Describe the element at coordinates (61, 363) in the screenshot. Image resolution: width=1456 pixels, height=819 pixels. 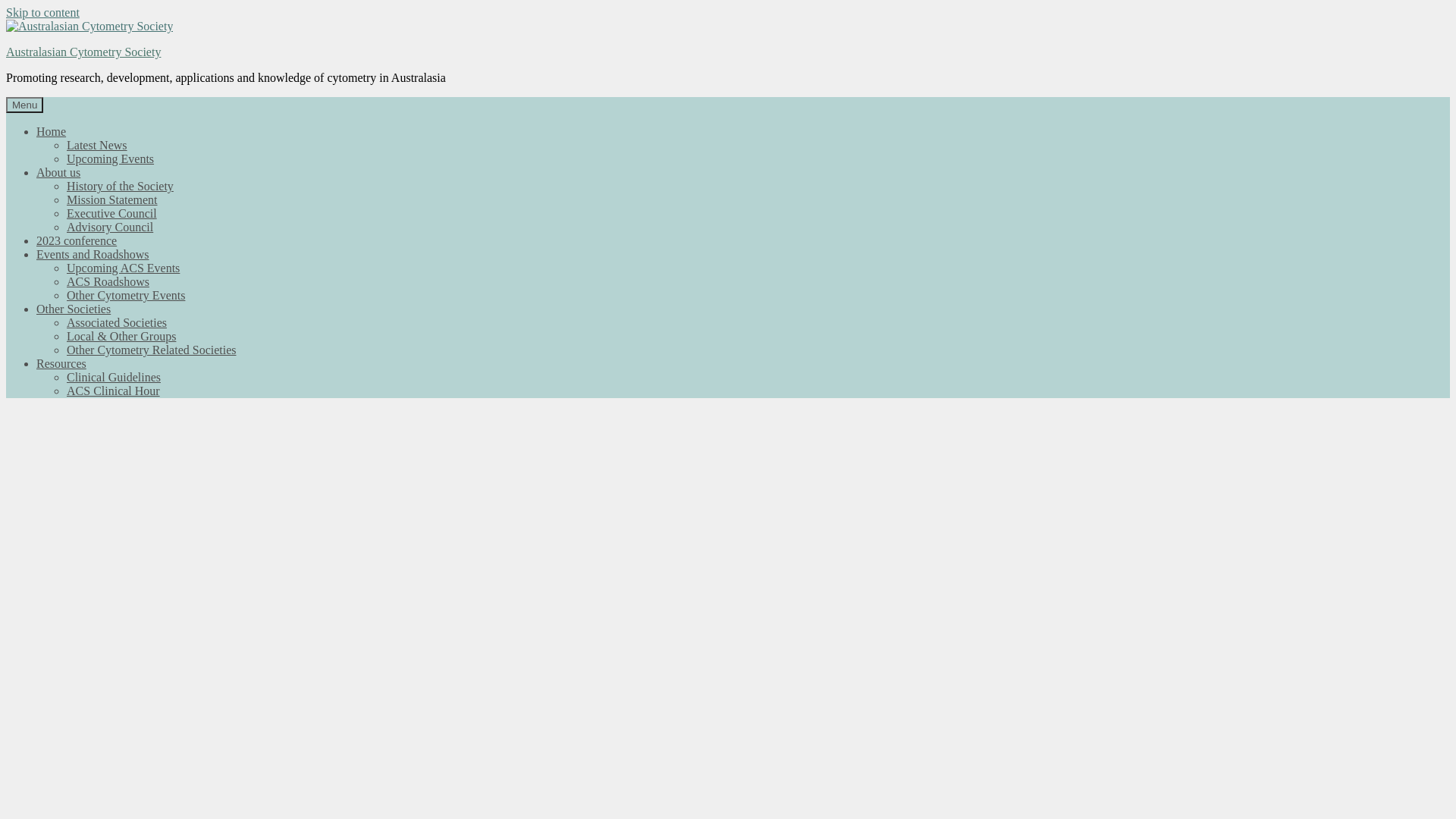
I see `'Resources'` at that location.